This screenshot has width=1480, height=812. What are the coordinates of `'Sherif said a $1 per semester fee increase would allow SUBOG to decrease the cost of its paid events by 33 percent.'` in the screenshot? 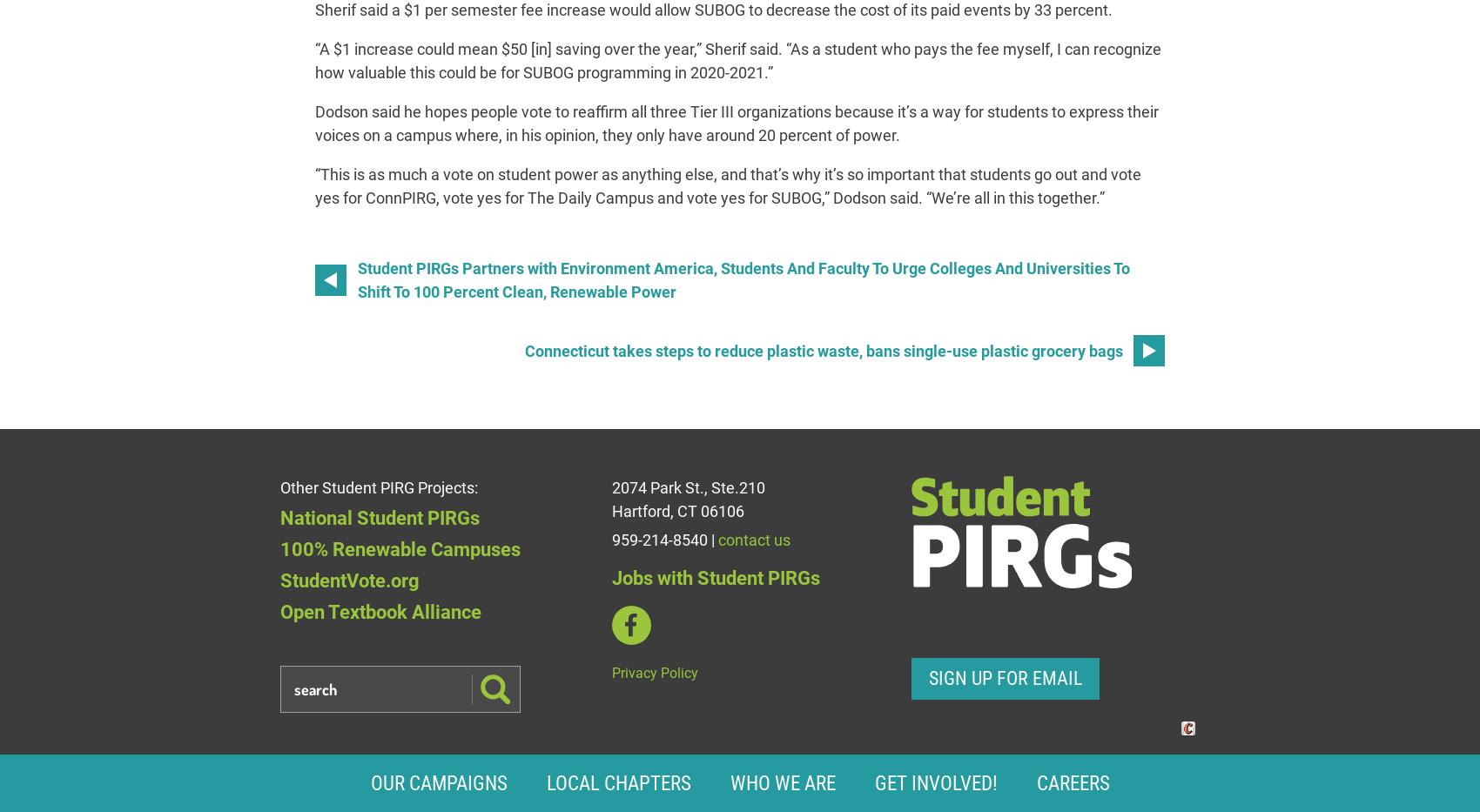 It's located at (713, 9).